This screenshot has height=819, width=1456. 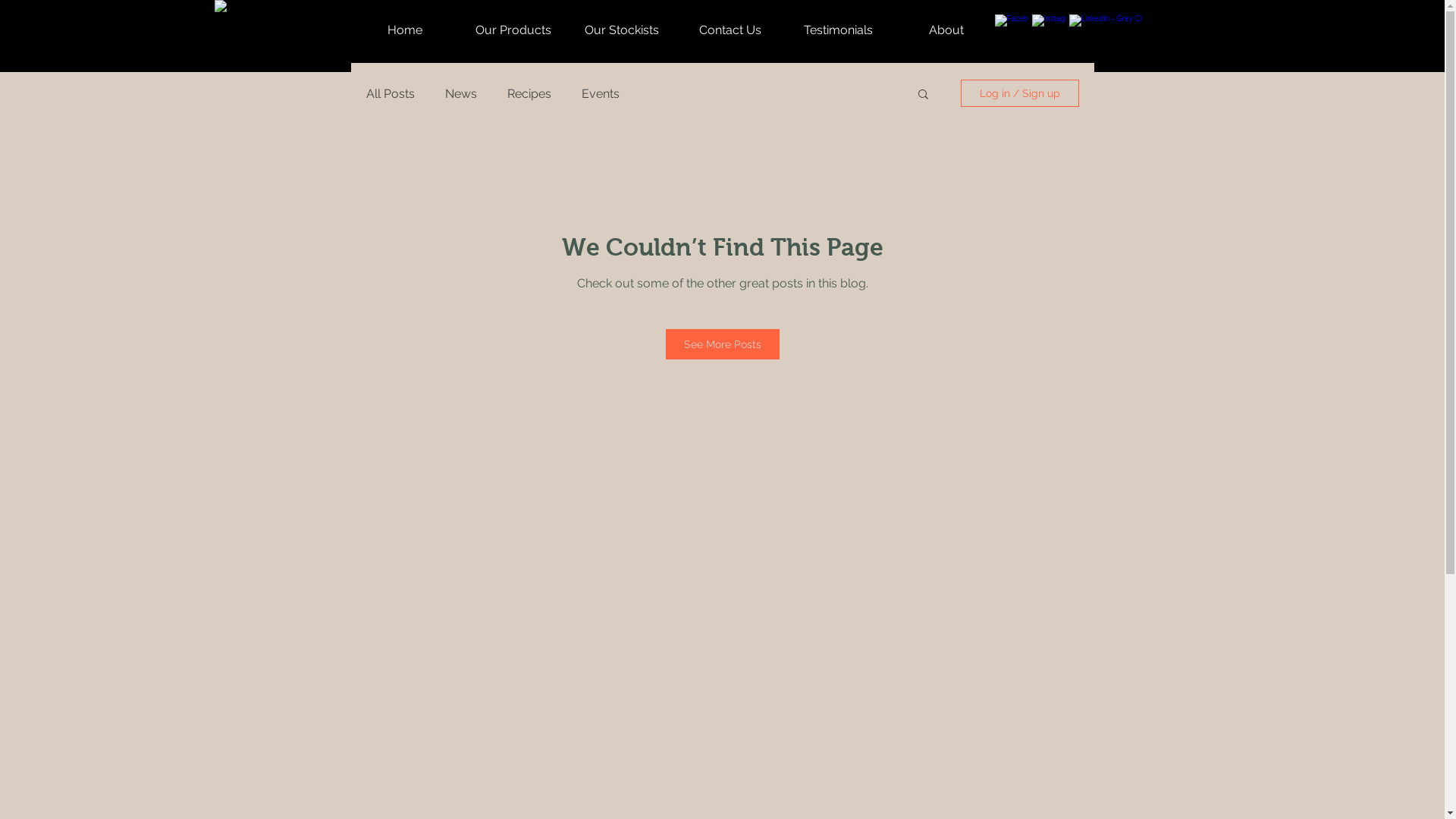 I want to click on 'See More Posts', so click(x=666, y=344).